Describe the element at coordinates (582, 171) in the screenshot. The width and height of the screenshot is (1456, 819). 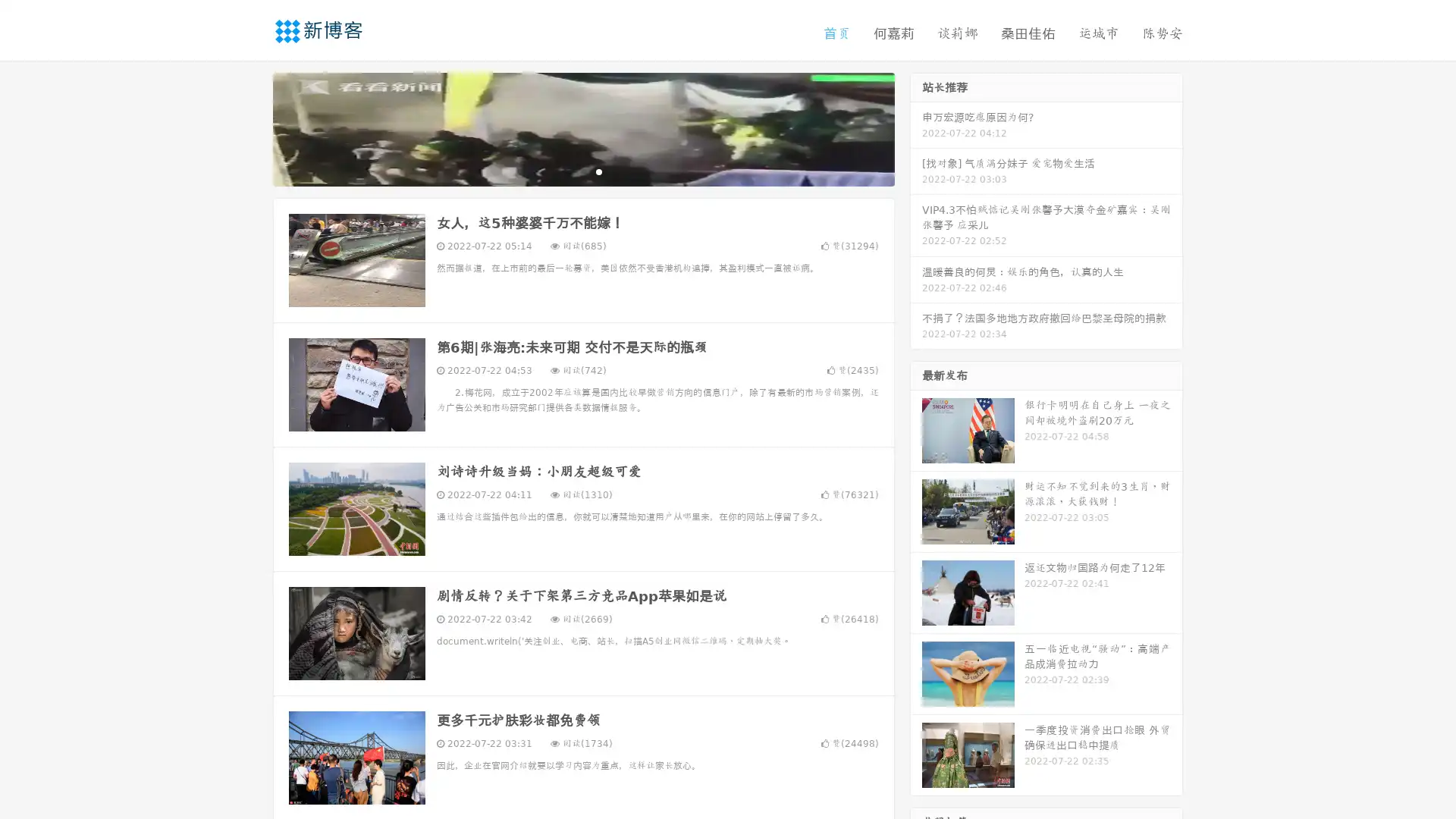
I see `Go to slide 2` at that location.